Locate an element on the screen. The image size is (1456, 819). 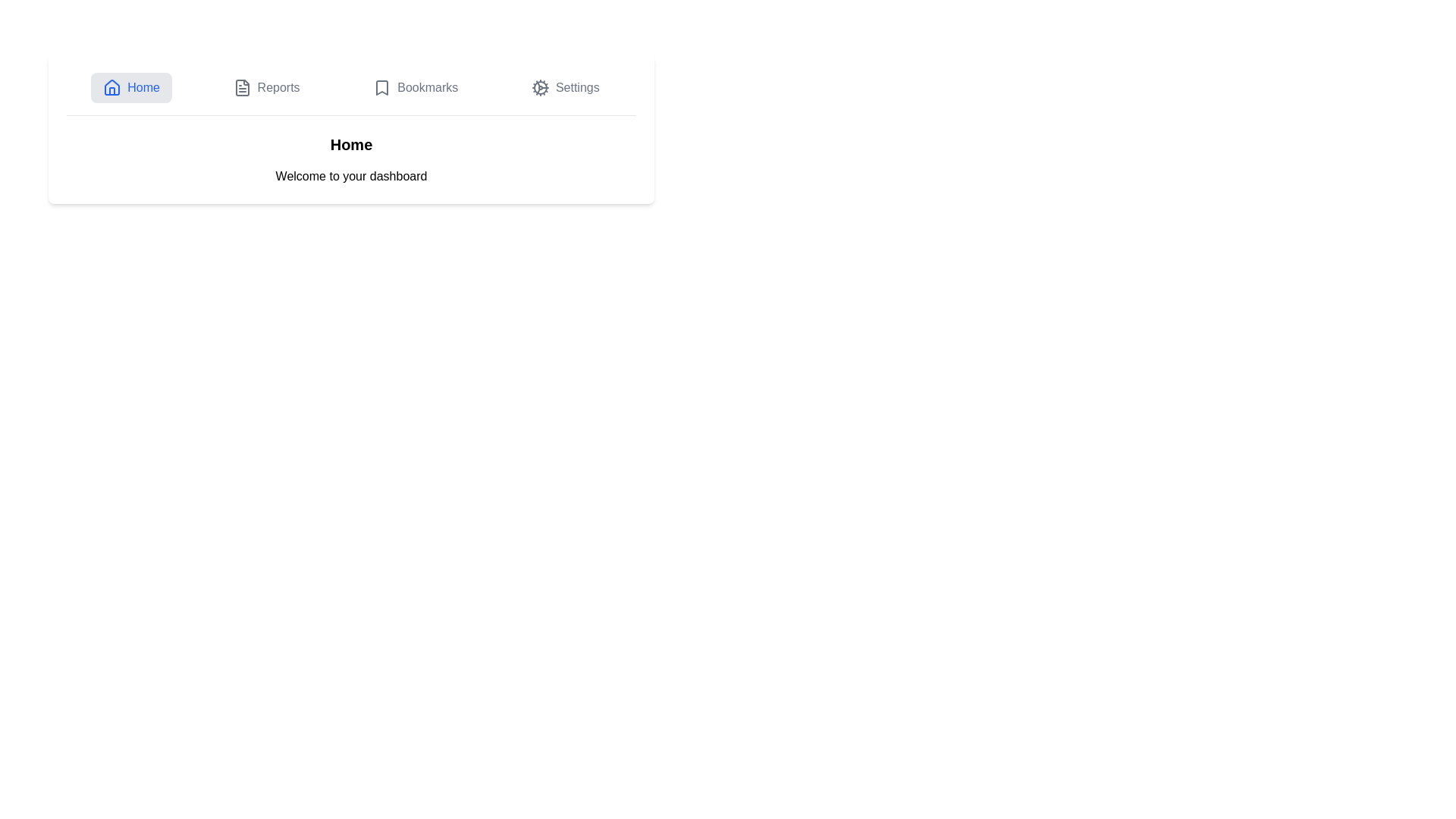
the settings navigation button, which is the fourth option in the horizontal navigation bar is located at coordinates (564, 87).